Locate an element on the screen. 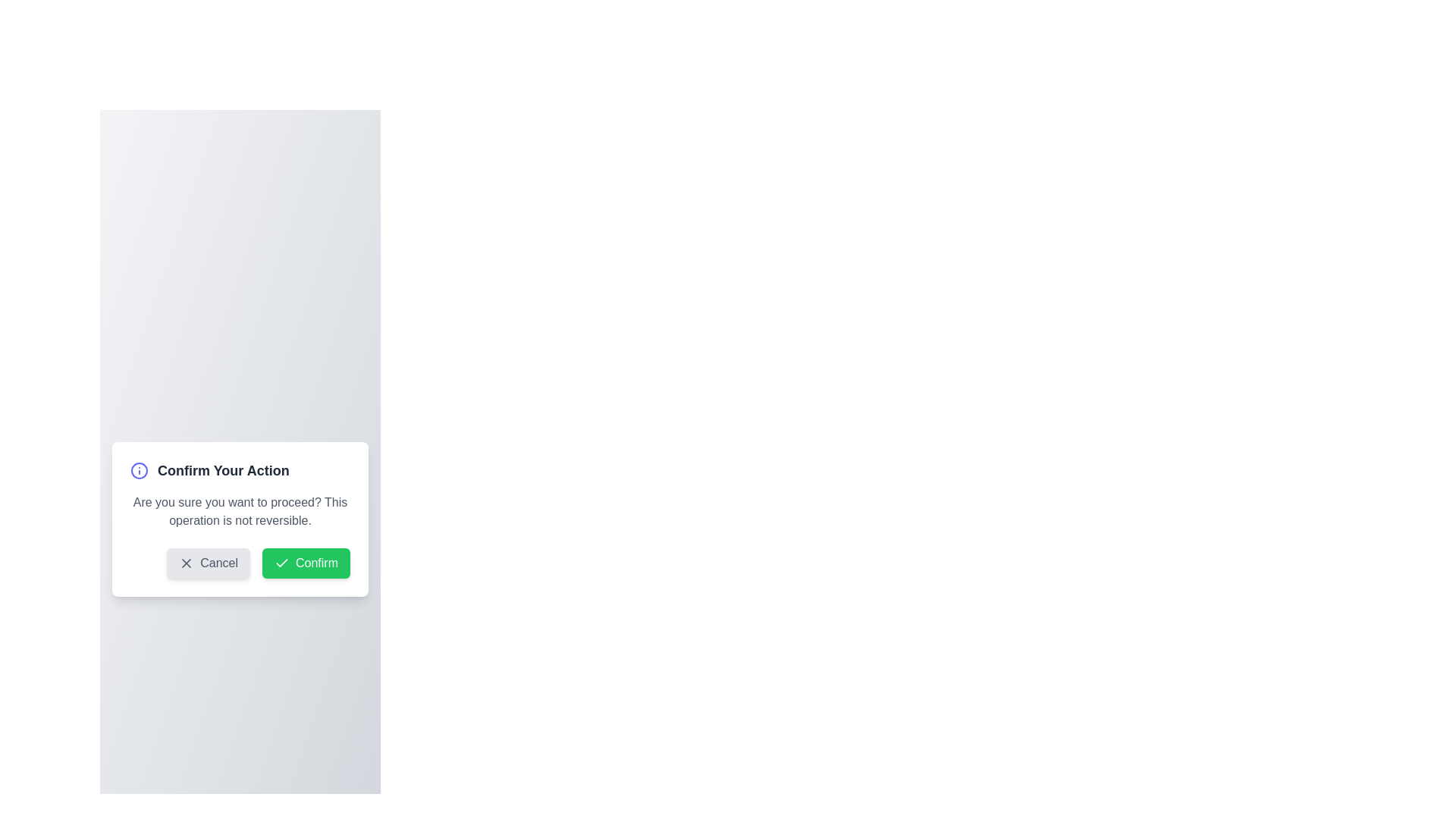 The image size is (1456, 819). the 'Confirm' button with a green background and a checkmark icon to confirm the action is located at coordinates (305, 563).